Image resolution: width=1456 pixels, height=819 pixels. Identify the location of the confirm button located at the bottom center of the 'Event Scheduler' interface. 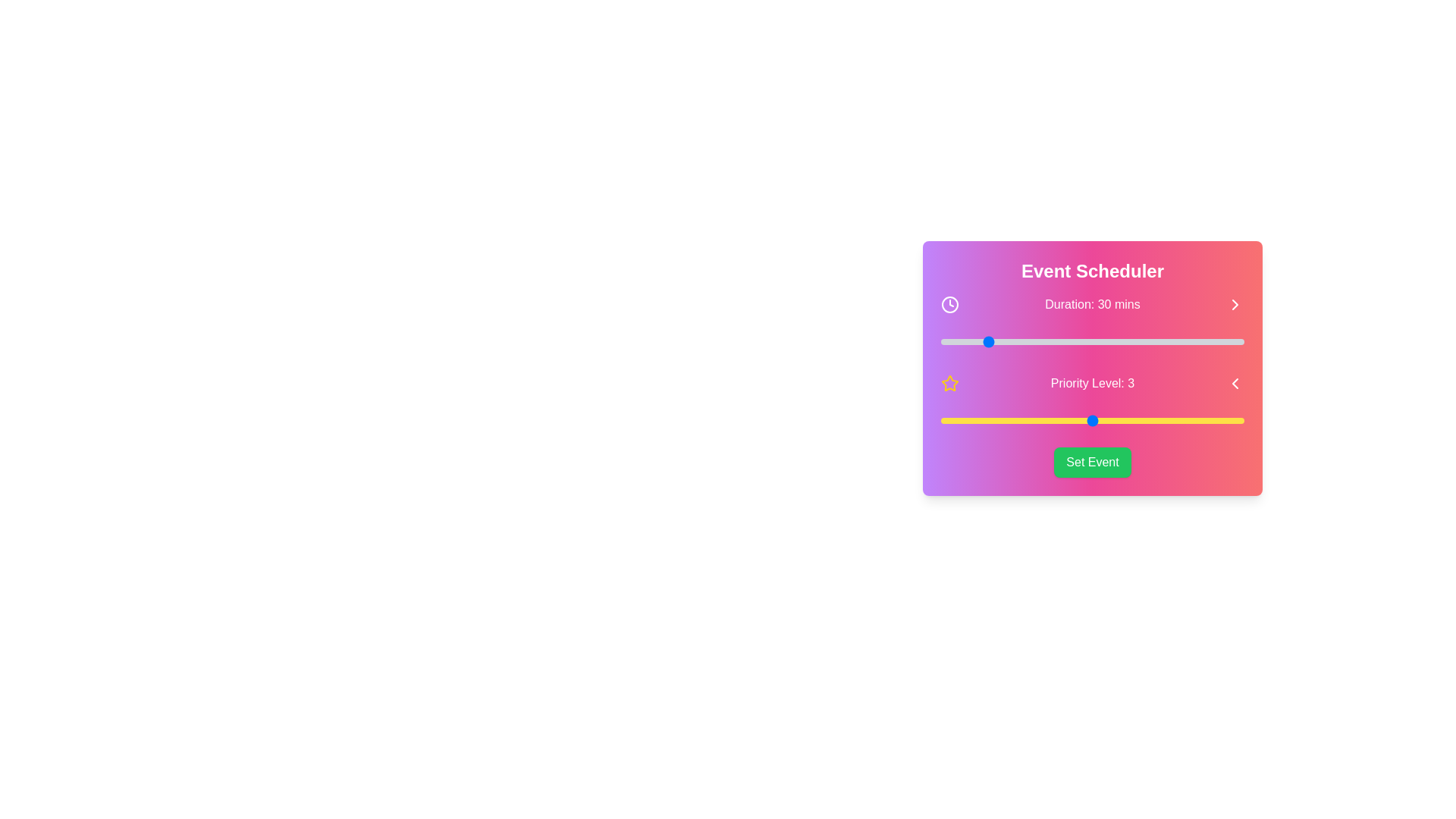
(1092, 461).